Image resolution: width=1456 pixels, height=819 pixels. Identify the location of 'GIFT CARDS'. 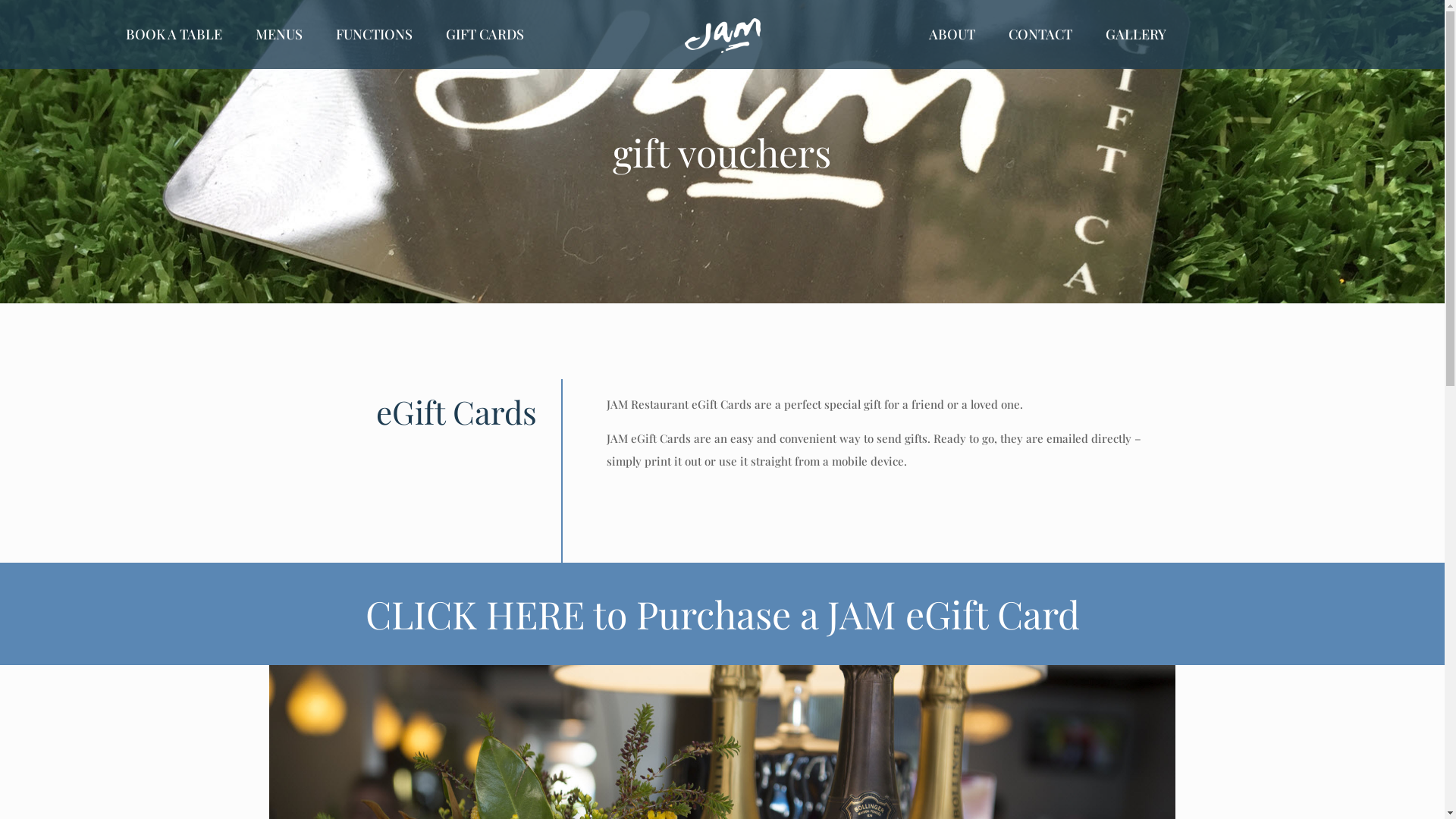
(484, 34).